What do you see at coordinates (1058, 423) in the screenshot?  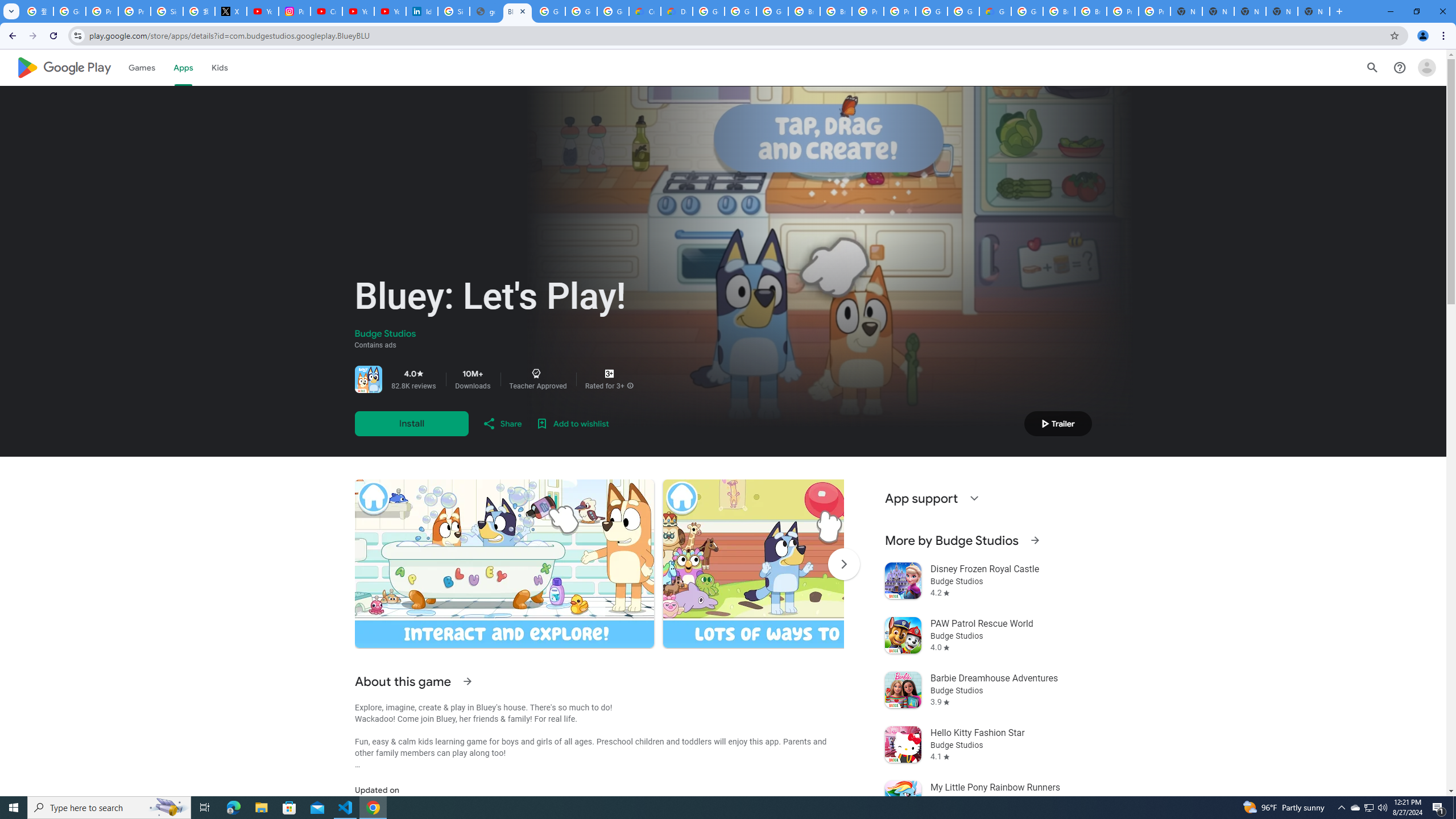 I see `'Play trailer'` at bounding box center [1058, 423].